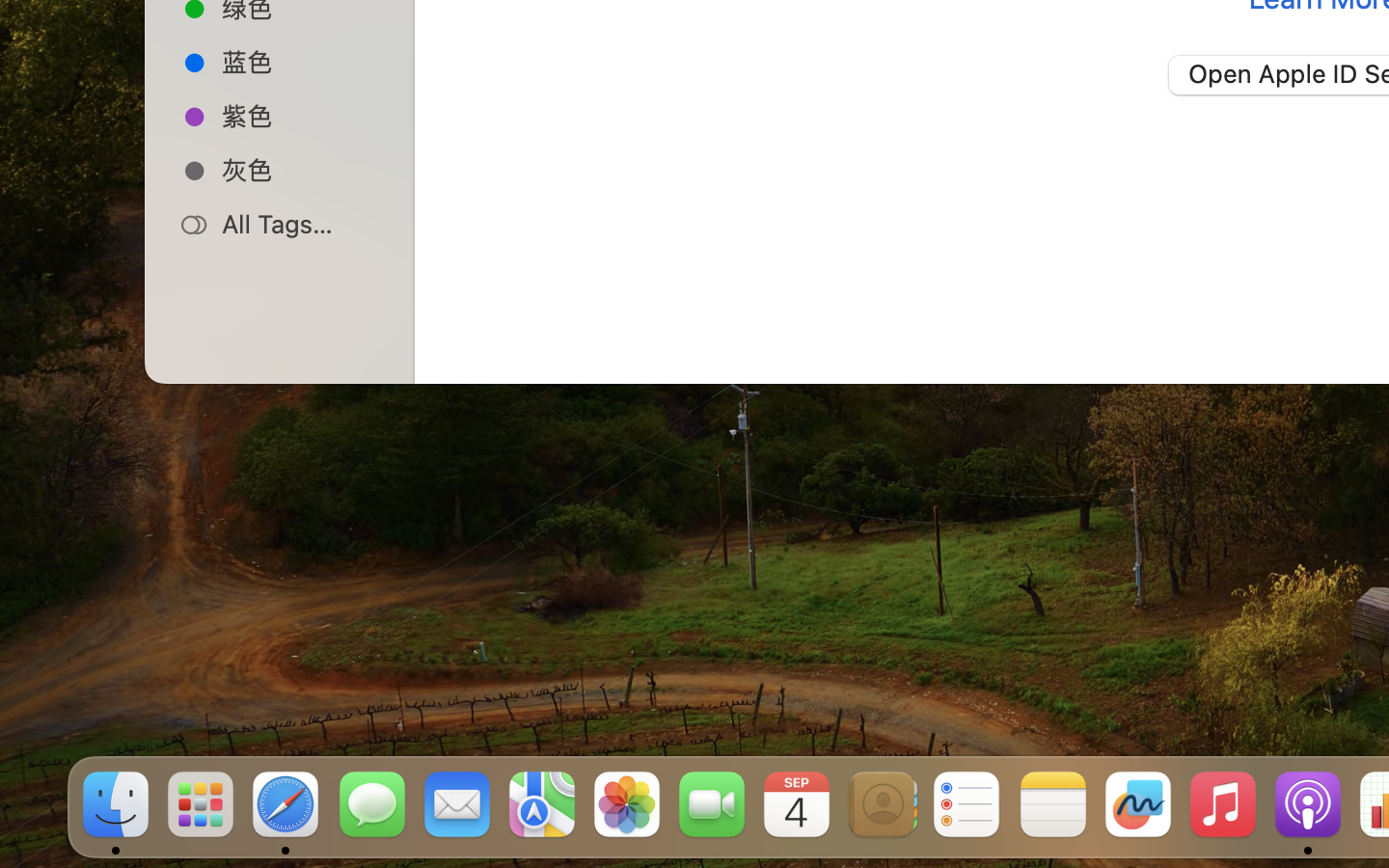  Describe the element at coordinates (300, 170) in the screenshot. I see `'灰色'` at that location.